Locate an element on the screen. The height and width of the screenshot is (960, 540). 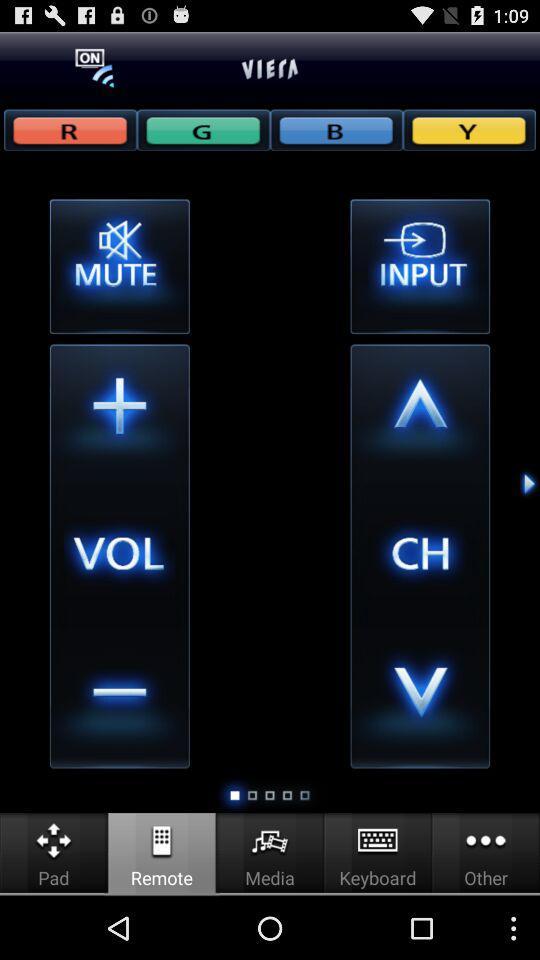
channel up is located at coordinates (419, 413).